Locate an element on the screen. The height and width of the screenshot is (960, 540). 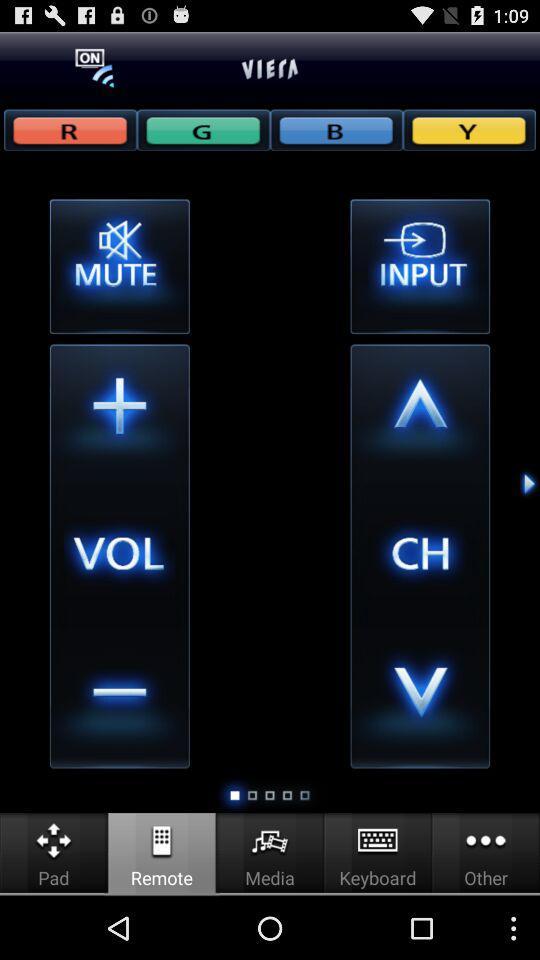
channel up is located at coordinates (419, 413).